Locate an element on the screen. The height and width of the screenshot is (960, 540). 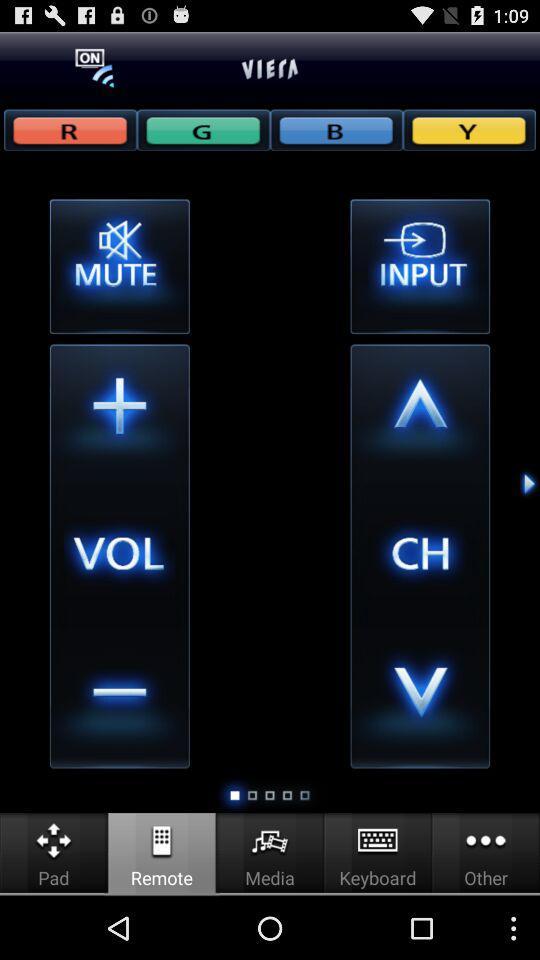
channel up is located at coordinates (419, 413).